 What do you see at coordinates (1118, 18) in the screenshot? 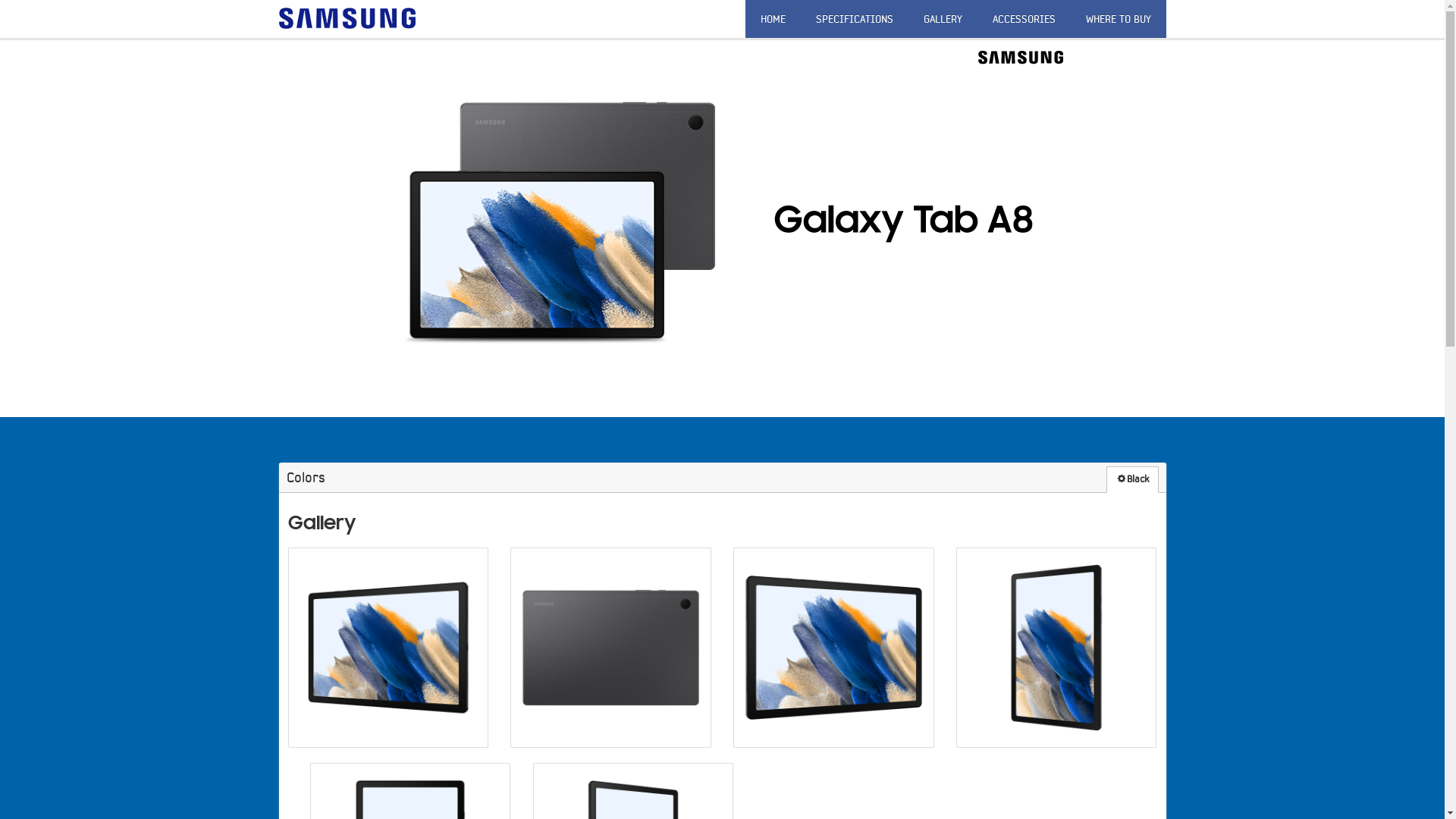
I see `'WHERE TO BUY'` at bounding box center [1118, 18].